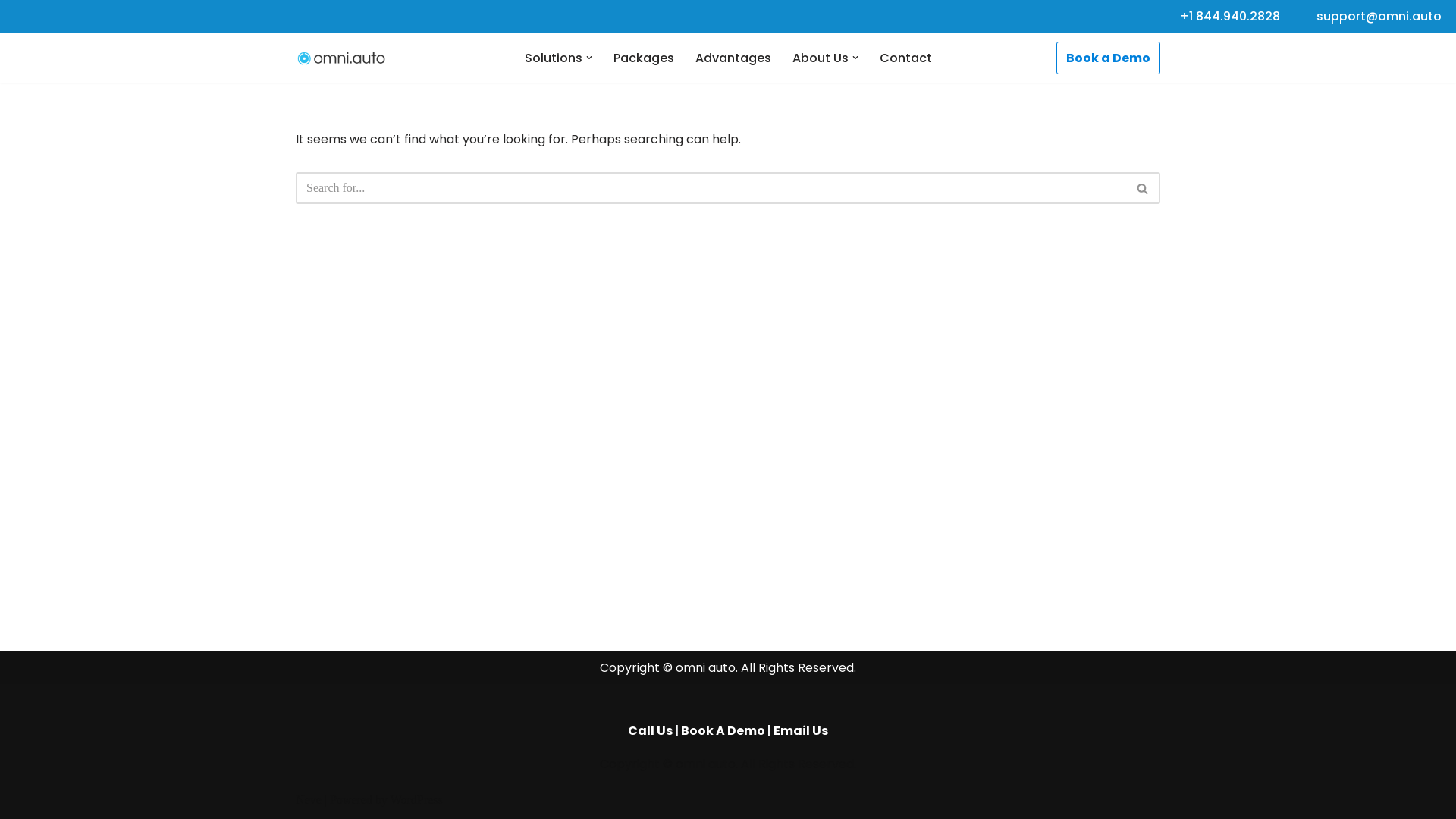  I want to click on 'Email Us', so click(773, 730).